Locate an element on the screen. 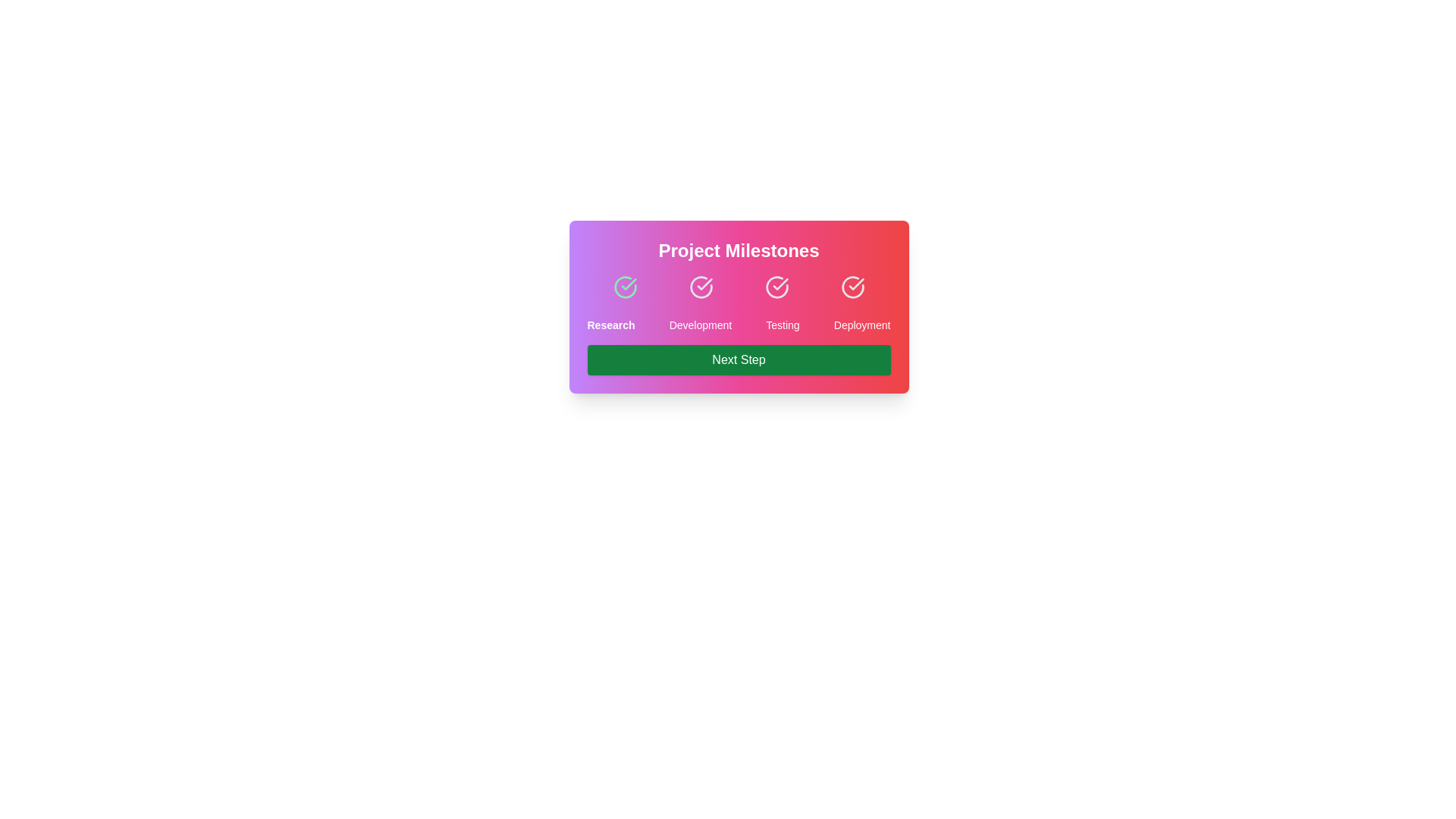  the 'Next Step' button located at the bottom section of the card layout to advance to the next stage of the process is located at coordinates (739, 359).